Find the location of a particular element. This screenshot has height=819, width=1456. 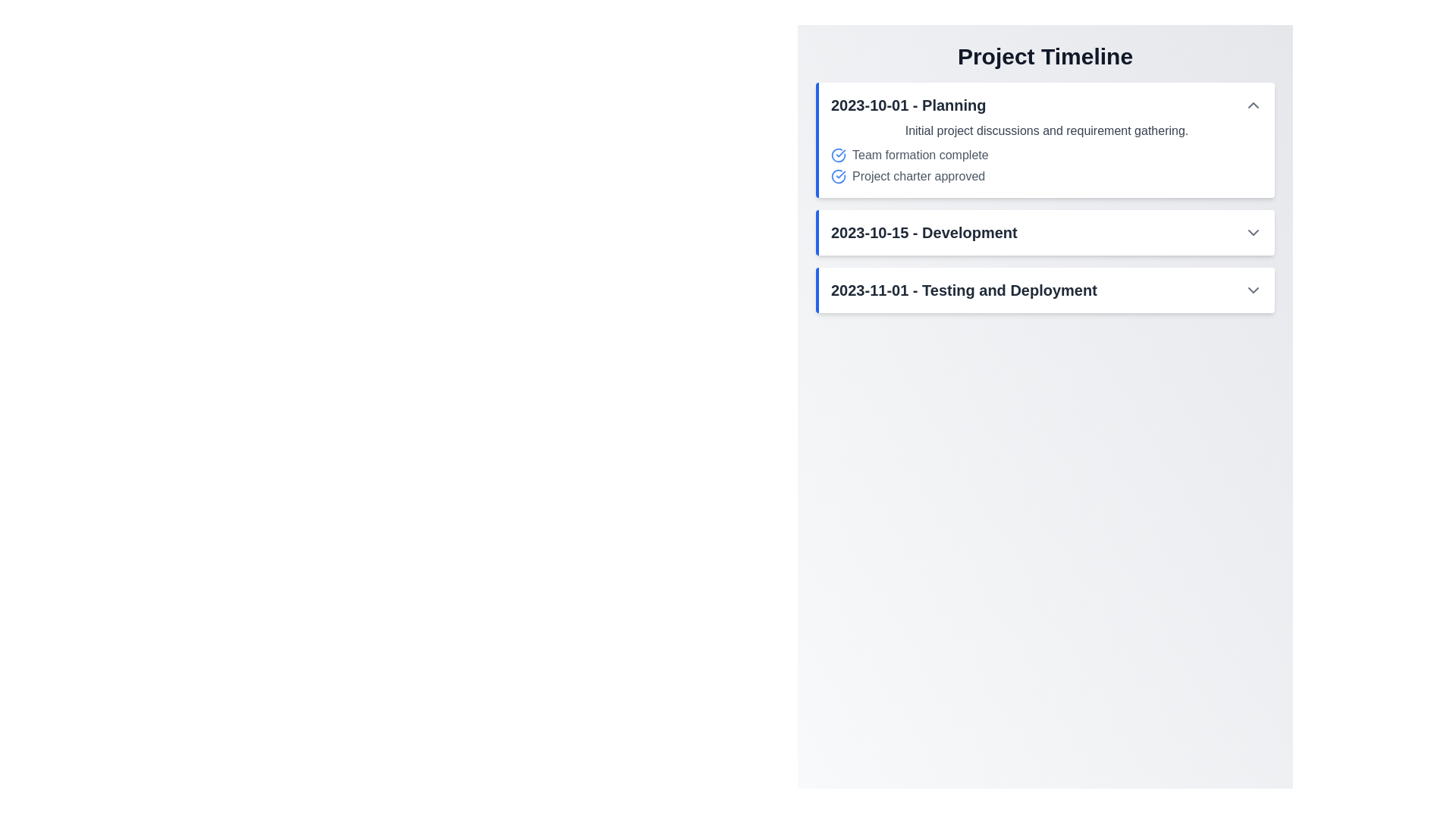

the informational card titled '2023-10-01 - Planning' located at the top of the 'Project Timeline' section is located at coordinates (1044, 140).